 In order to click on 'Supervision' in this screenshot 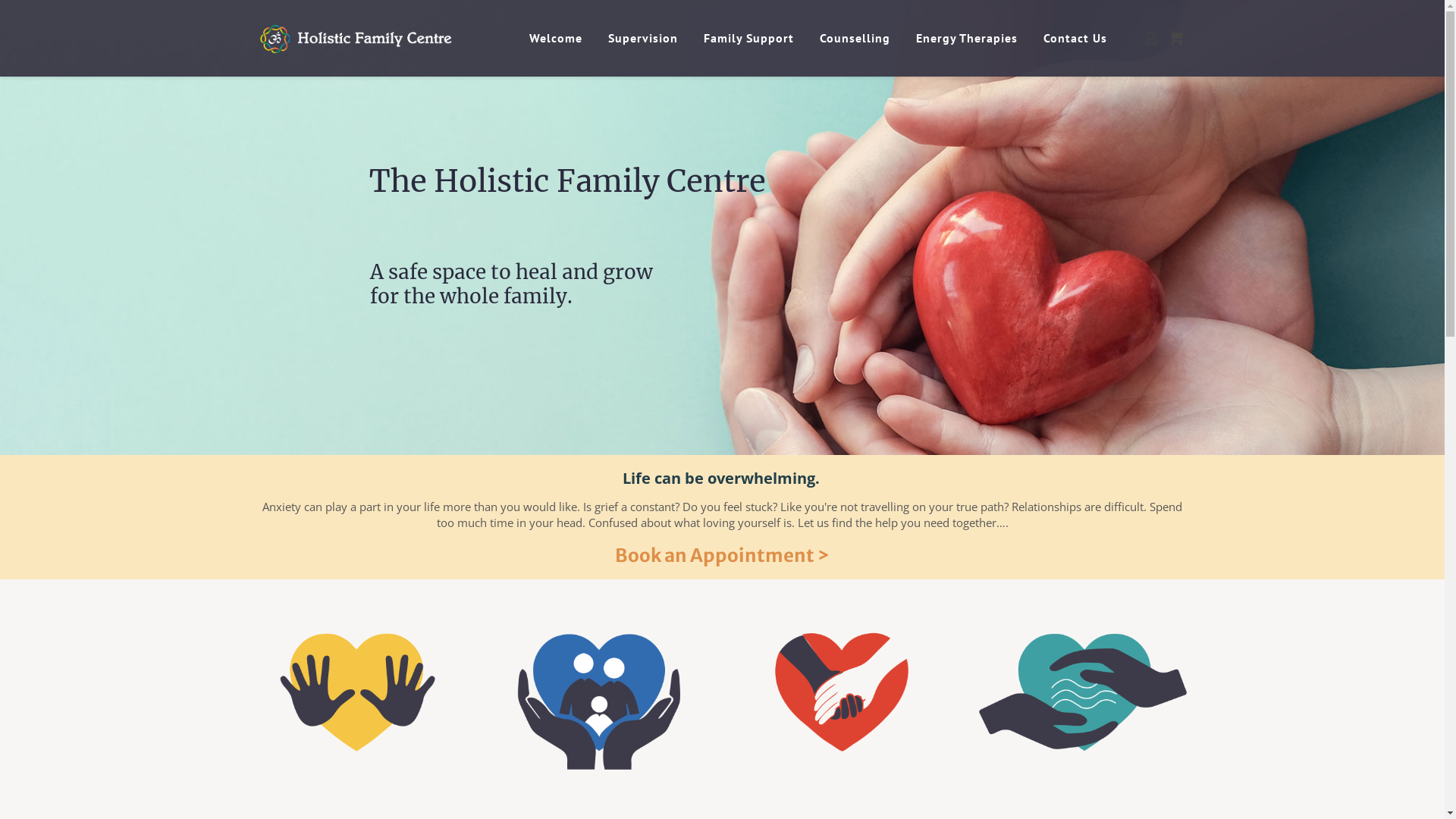, I will do `click(645, 37)`.